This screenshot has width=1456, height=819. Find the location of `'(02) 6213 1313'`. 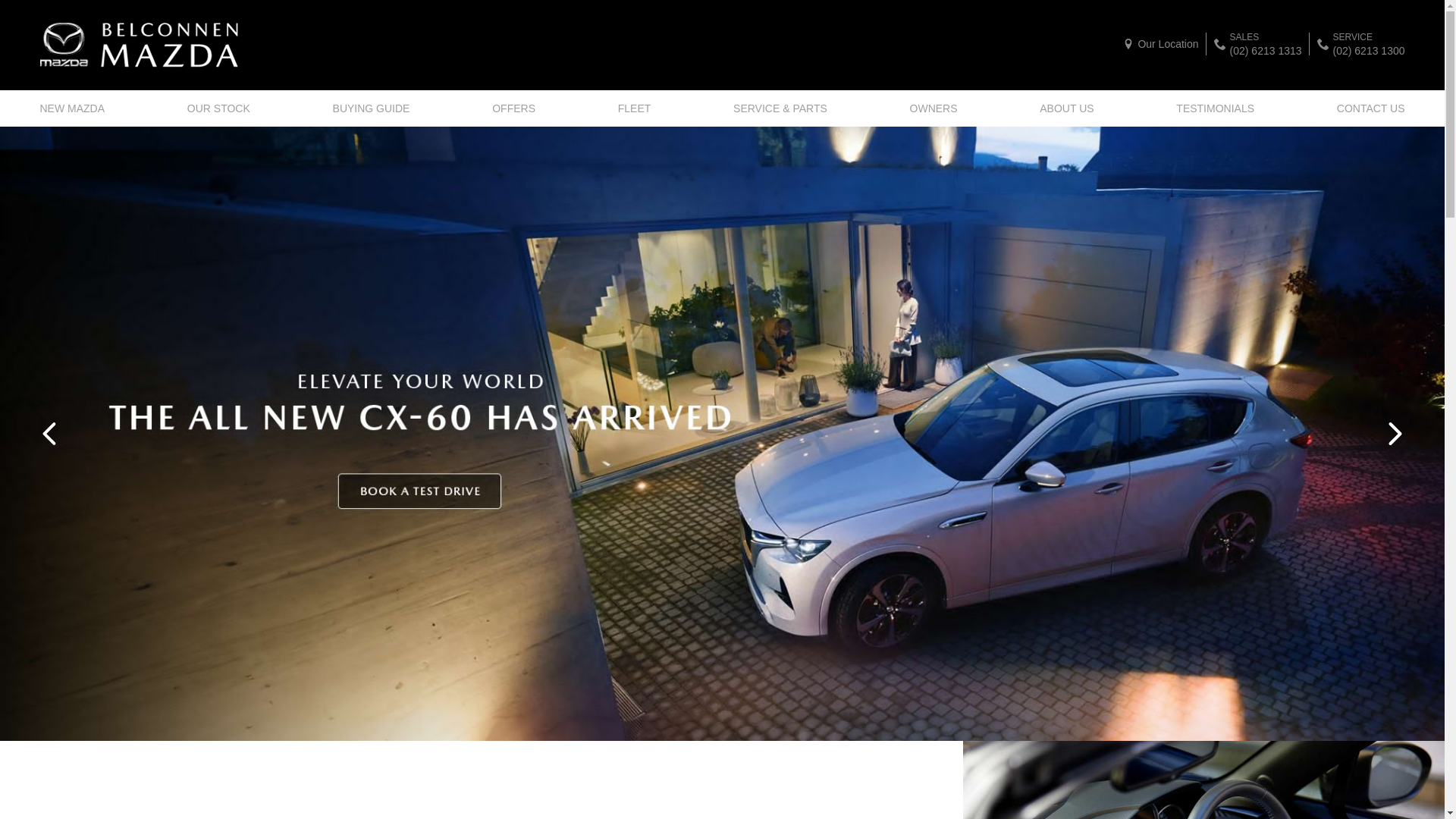

'(02) 6213 1313' is located at coordinates (1266, 49).